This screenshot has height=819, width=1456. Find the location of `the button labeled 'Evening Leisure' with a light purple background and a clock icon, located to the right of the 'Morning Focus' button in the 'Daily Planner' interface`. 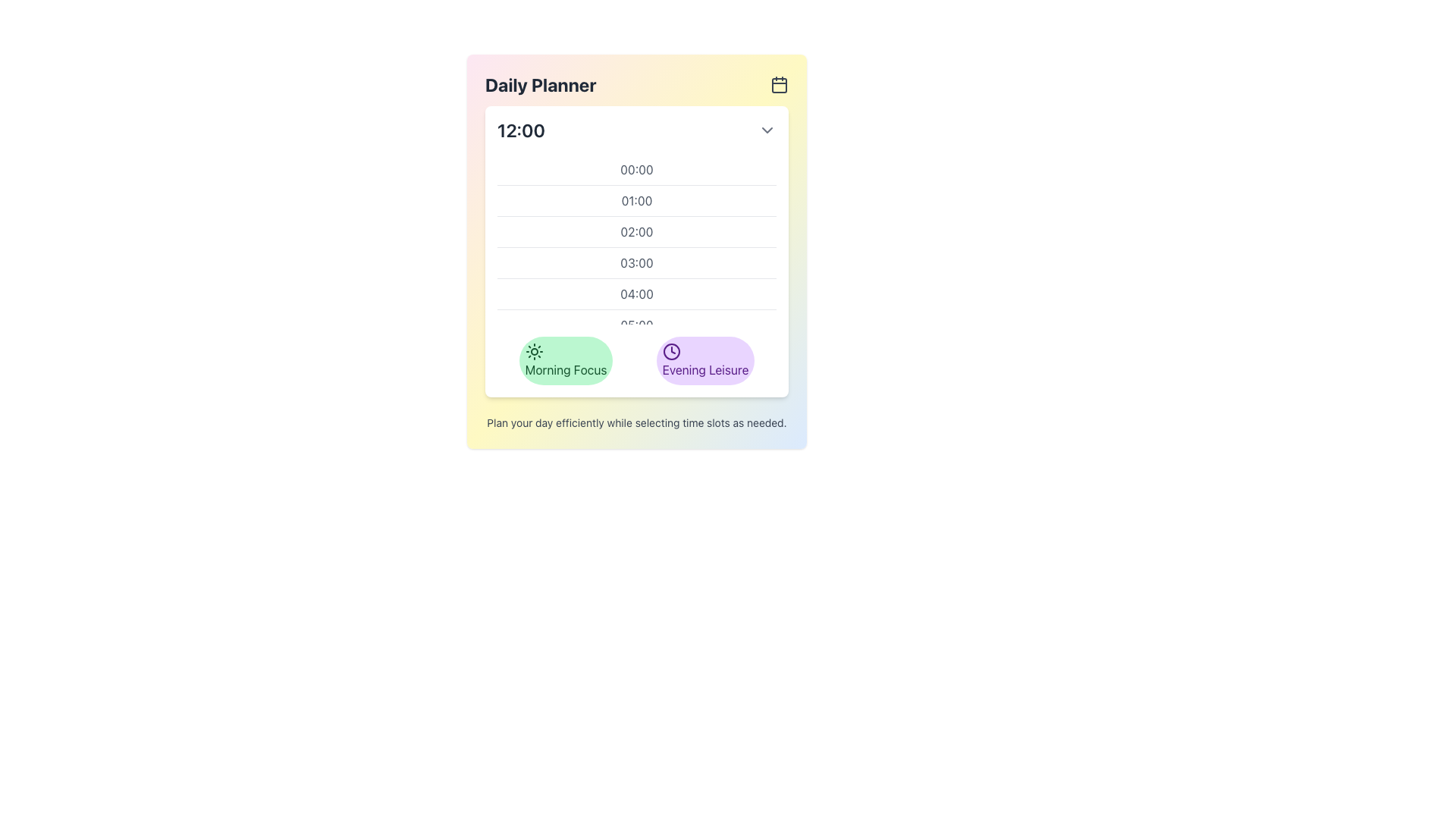

the button labeled 'Evening Leisure' with a light purple background and a clock icon, located to the right of the 'Morning Focus' button in the 'Daily Planner' interface is located at coordinates (704, 360).